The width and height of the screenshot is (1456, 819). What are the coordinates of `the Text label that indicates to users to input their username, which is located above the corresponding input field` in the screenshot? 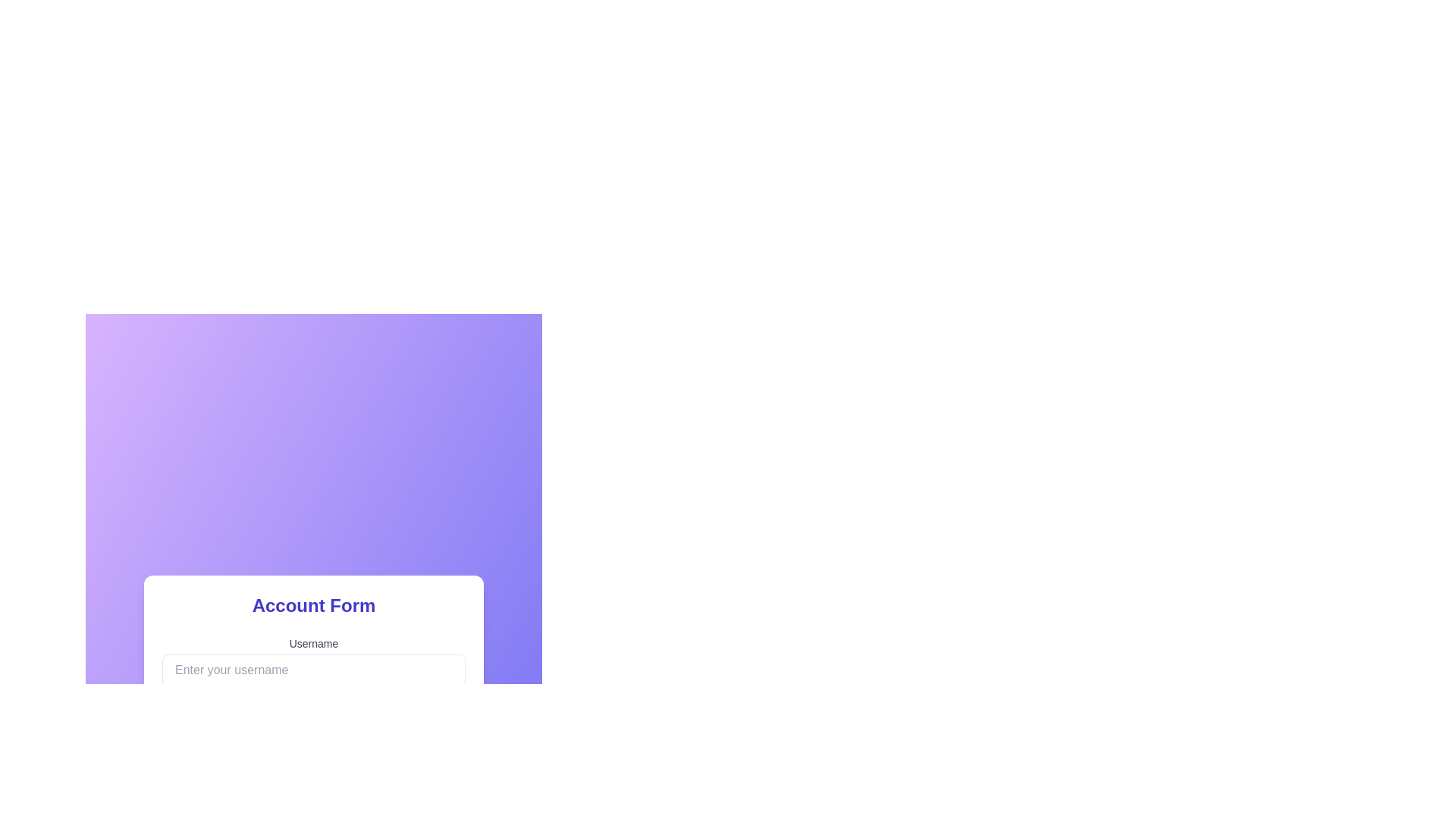 It's located at (312, 643).